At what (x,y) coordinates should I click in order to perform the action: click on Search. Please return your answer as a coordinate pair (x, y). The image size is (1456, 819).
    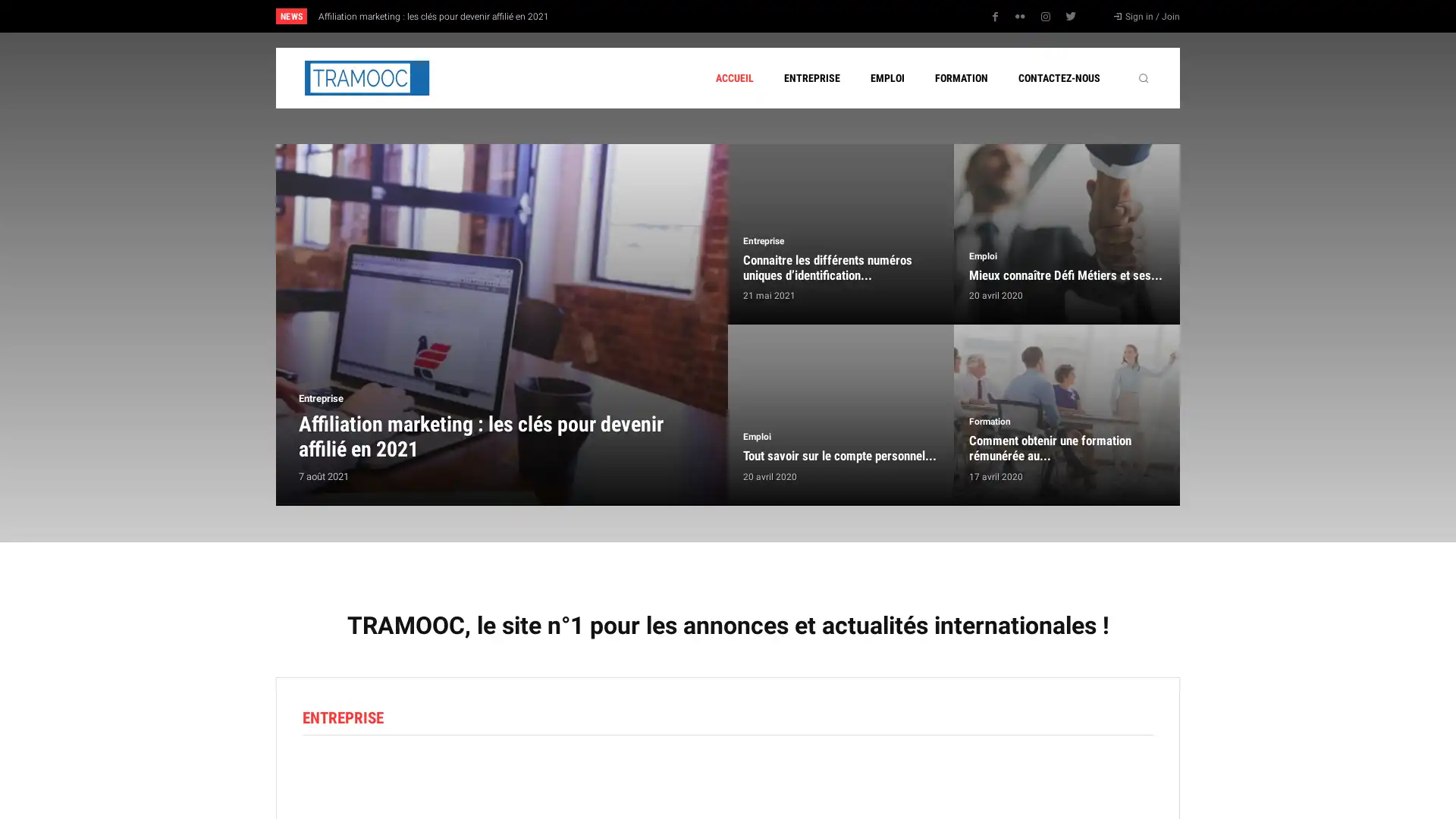
    Looking at the image, I should click on (1143, 77).